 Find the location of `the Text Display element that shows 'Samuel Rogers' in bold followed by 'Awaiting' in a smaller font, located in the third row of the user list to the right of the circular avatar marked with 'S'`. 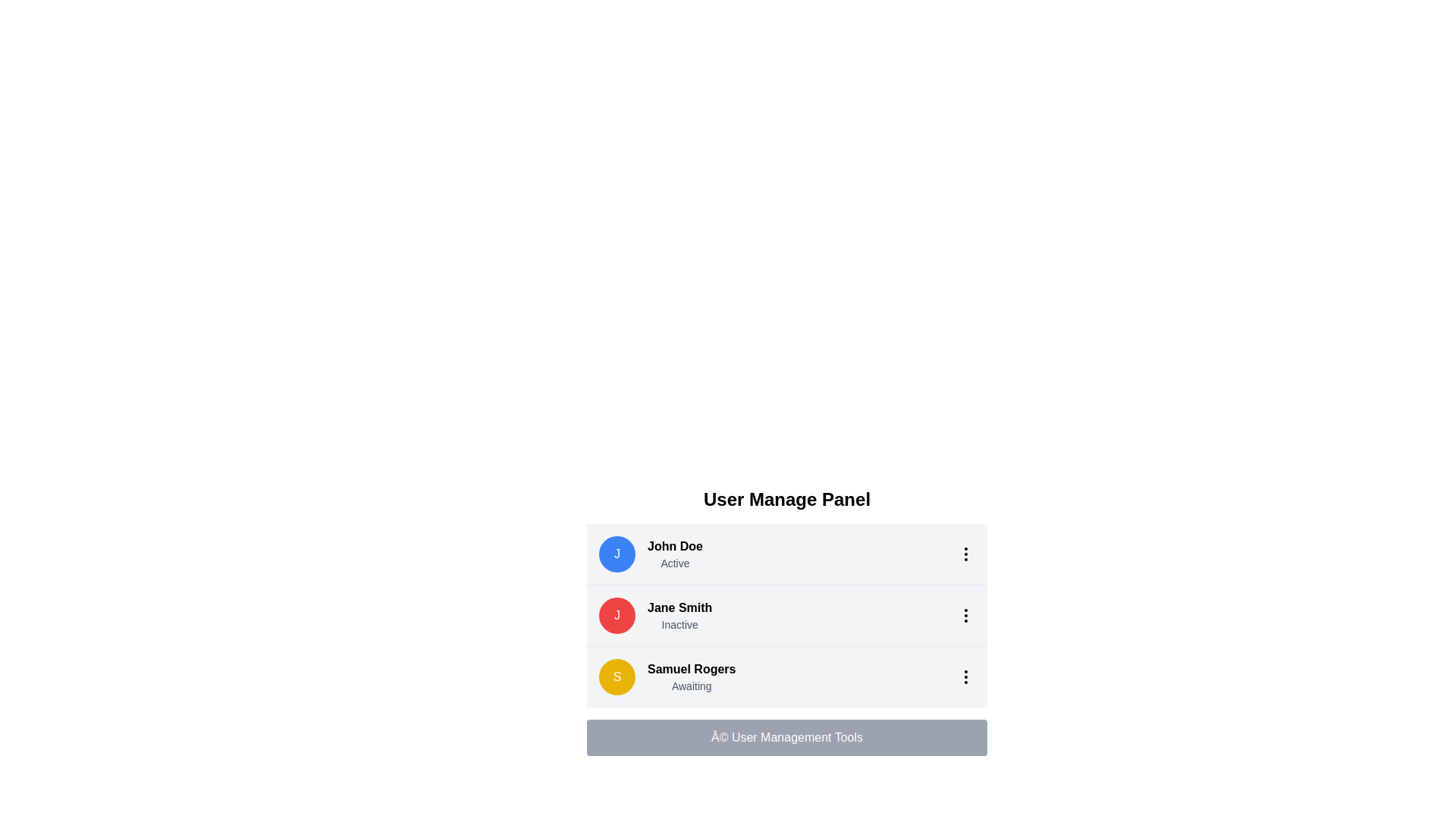

the Text Display element that shows 'Samuel Rogers' in bold followed by 'Awaiting' in a smaller font, located in the third row of the user list to the right of the circular avatar marked with 'S' is located at coordinates (691, 676).